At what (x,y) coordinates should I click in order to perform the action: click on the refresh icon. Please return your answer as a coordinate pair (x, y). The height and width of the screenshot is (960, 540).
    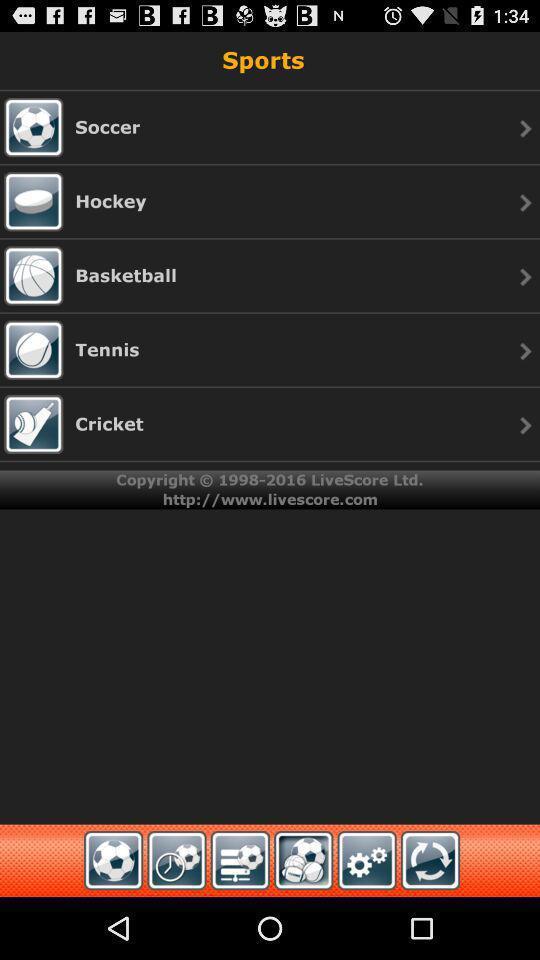
    Looking at the image, I should click on (429, 921).